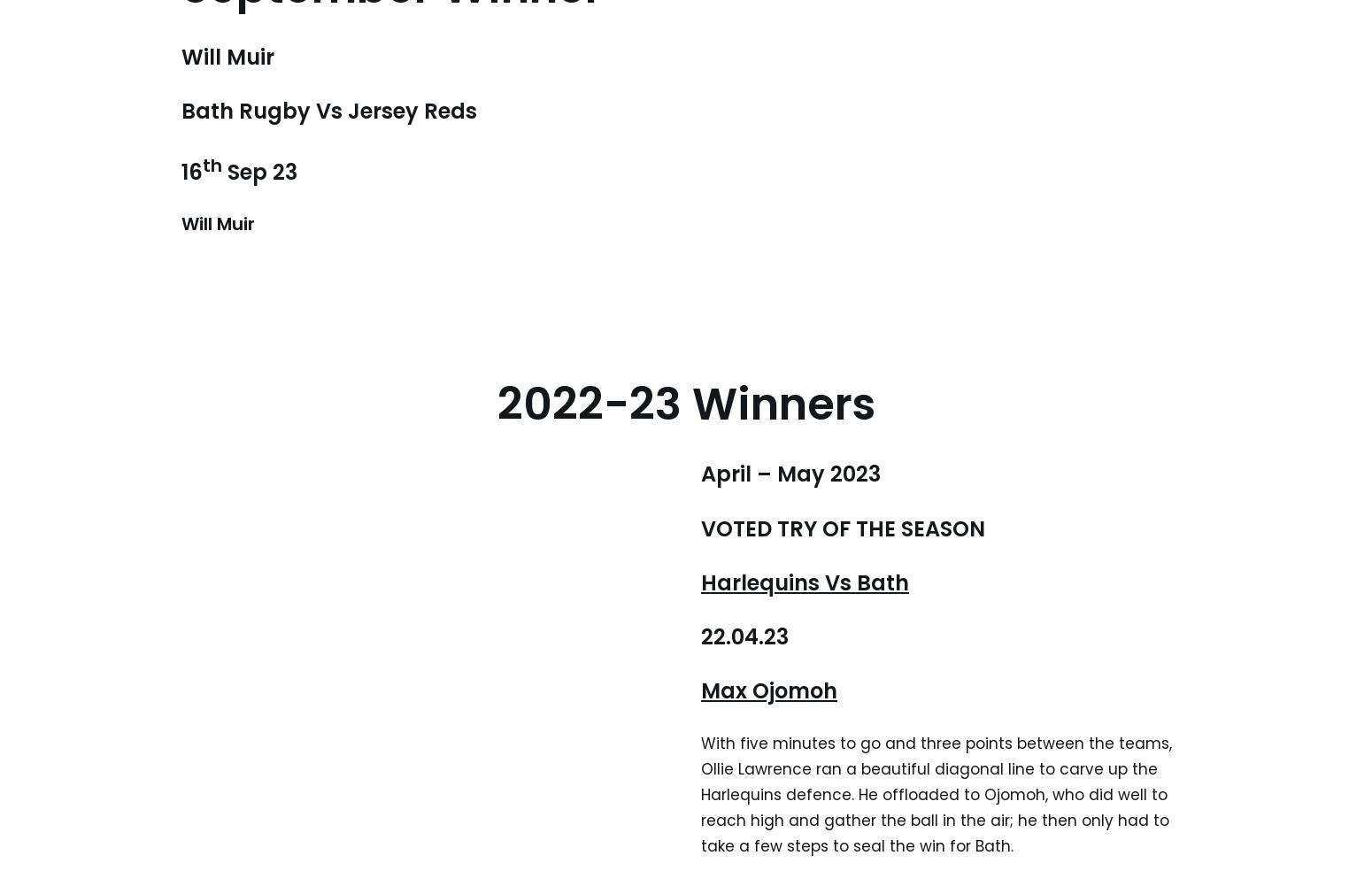 The height and width of the screenshot is (871, 1372). I want to click on 'Harlequins', so click(762, 582).